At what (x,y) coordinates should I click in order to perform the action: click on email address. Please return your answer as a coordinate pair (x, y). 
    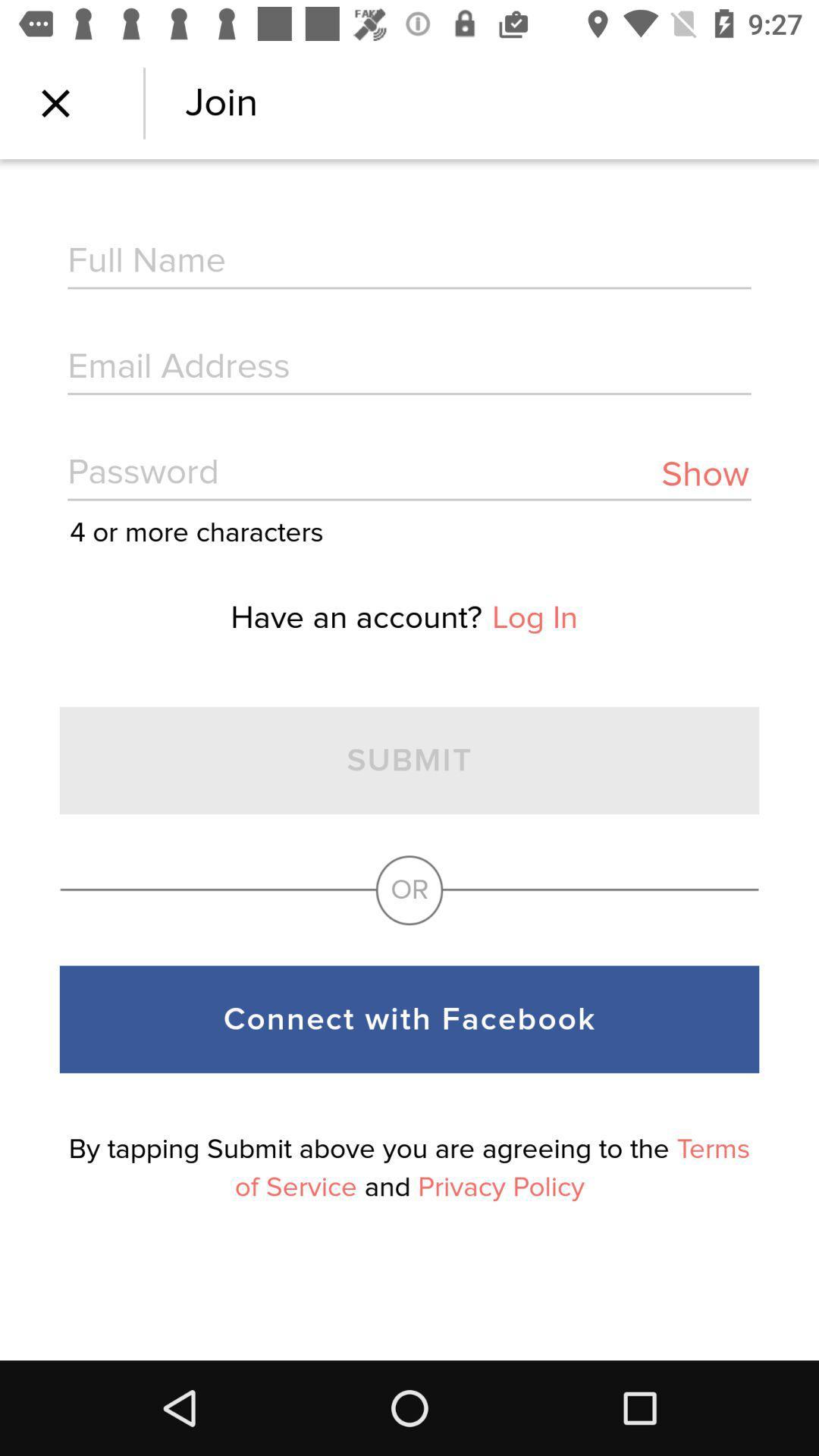
    Looking at the image, I should click on (409, 368).